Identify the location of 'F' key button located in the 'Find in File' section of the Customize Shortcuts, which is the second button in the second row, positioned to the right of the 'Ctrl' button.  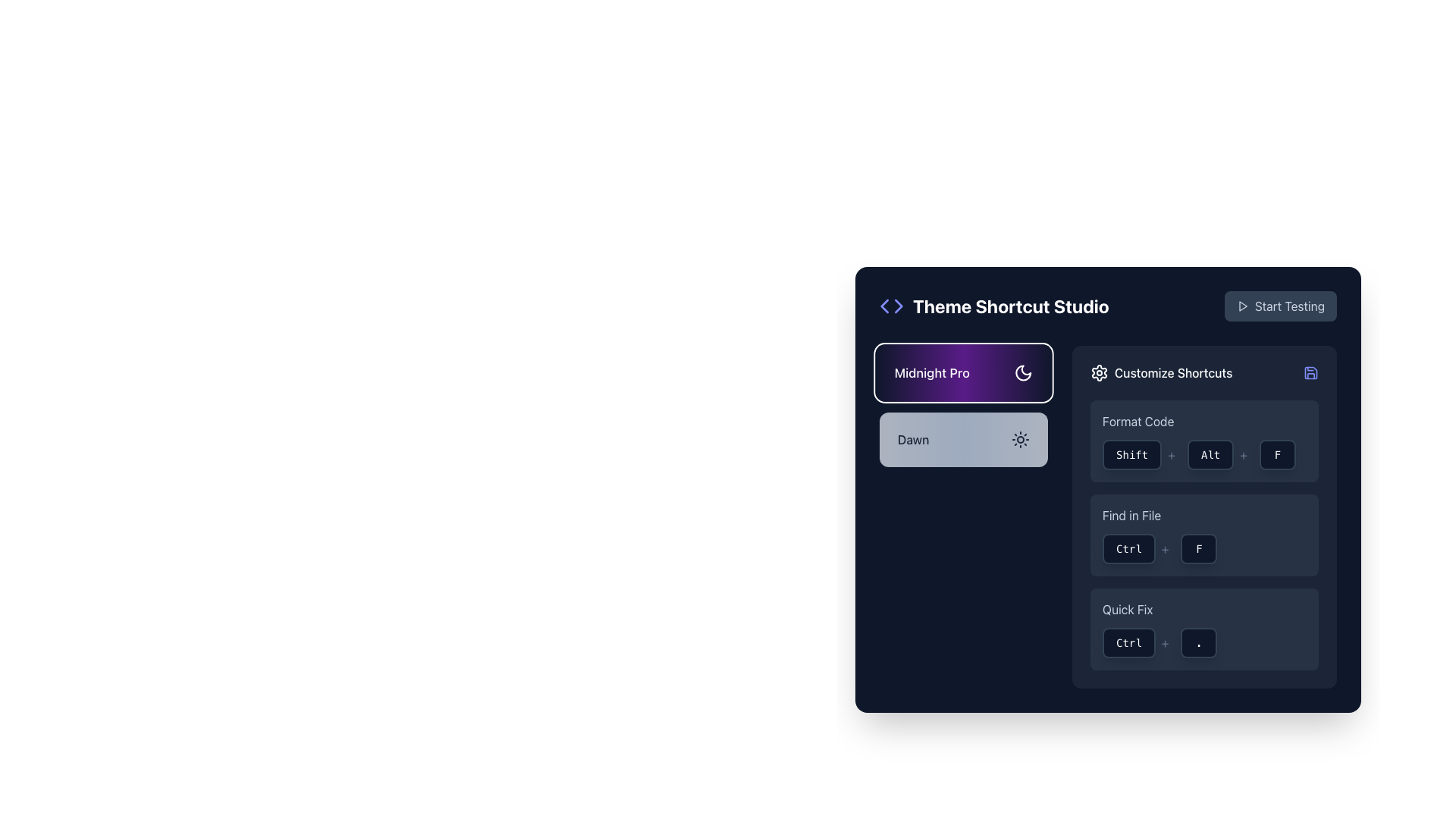
(1203, 534).